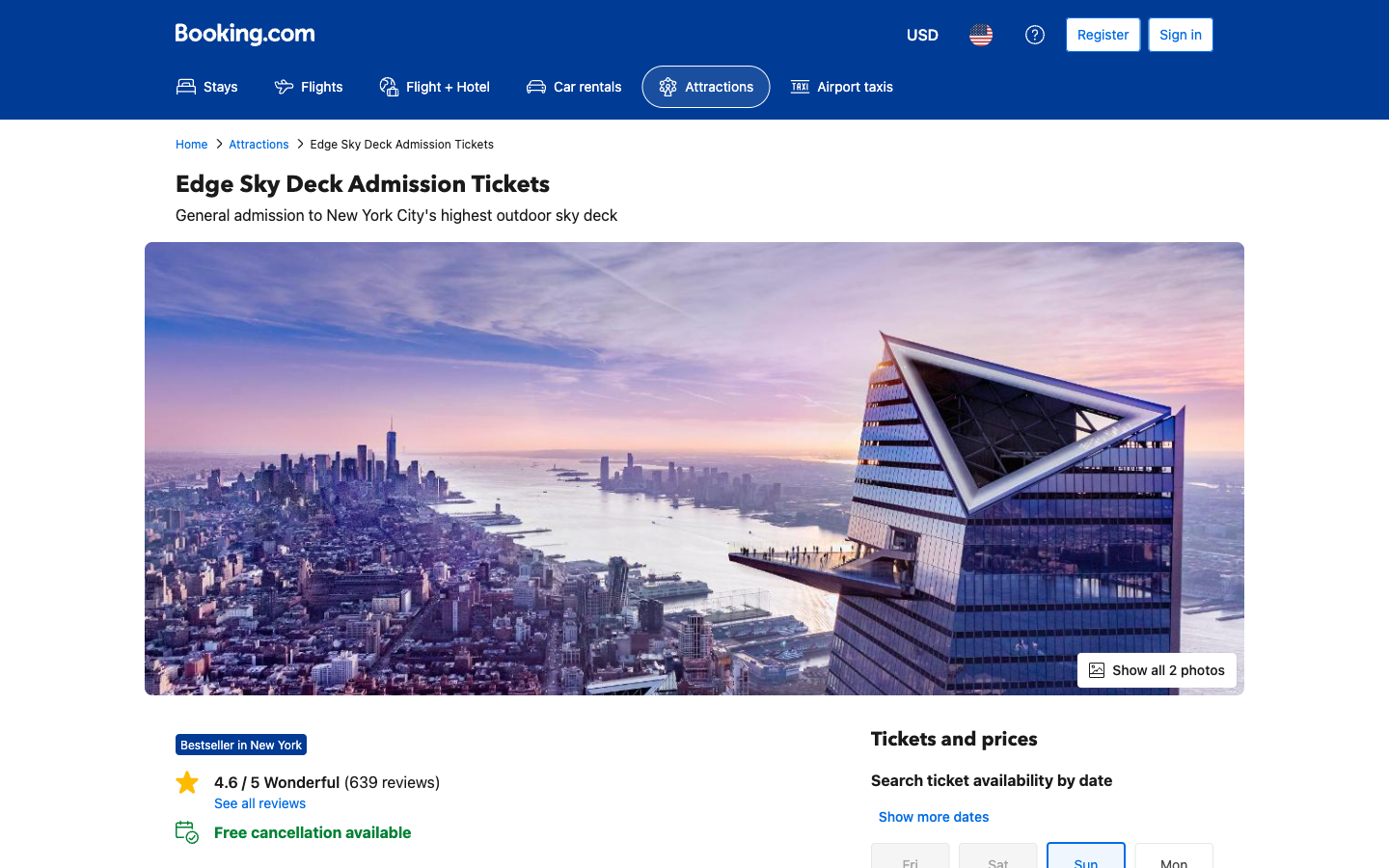 The width and height of the screenshot is (1389, 868). Describe the element at coordinates (932, 816) in the screenshot. I see `check more dates for when tickets are available` at that location.